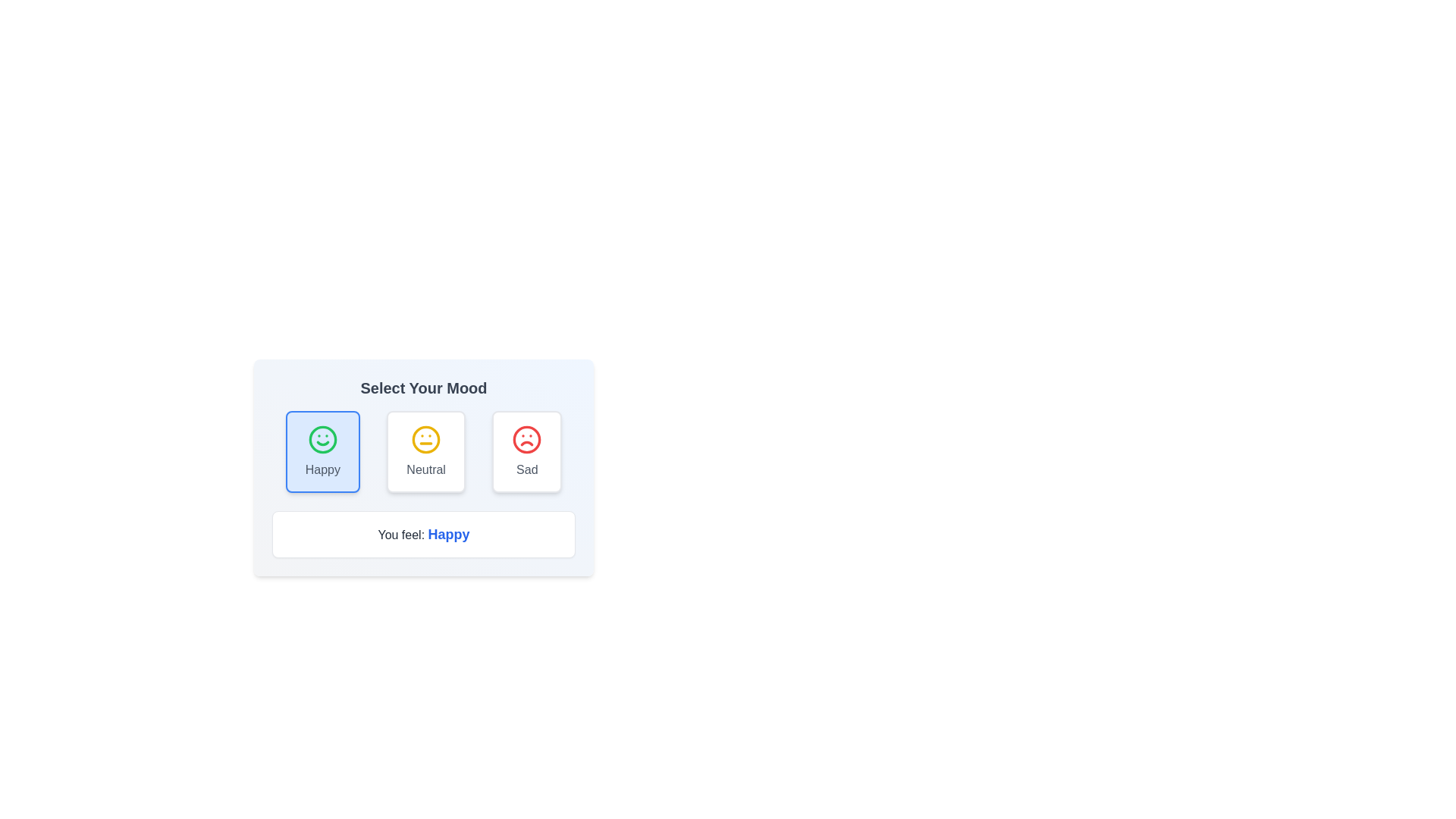  I want to click on text label 'Neutral' located at the bottom of the middle card in a three-card set, beneath the yellow neutral face icon, so click(425, 469).